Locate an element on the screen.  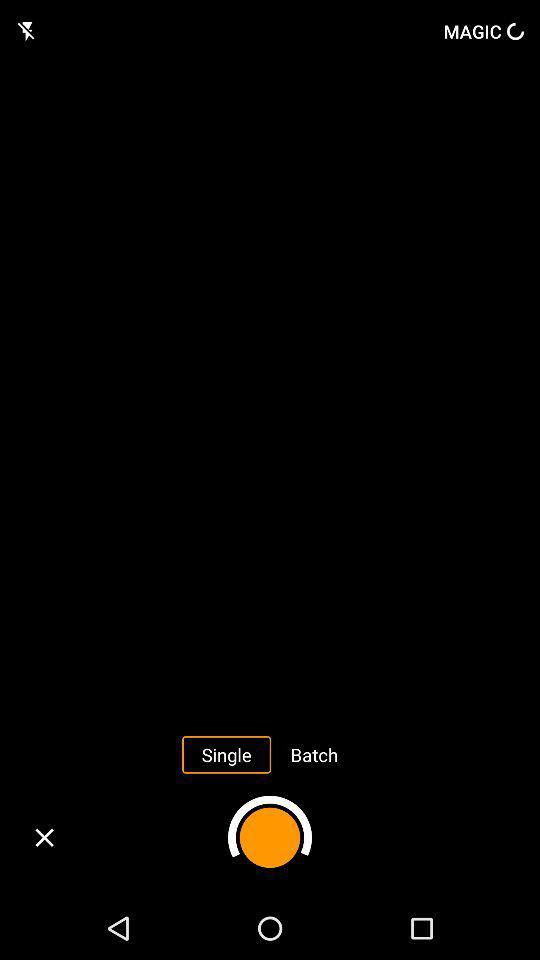
the flash icon is located at coordinates (26, 30).